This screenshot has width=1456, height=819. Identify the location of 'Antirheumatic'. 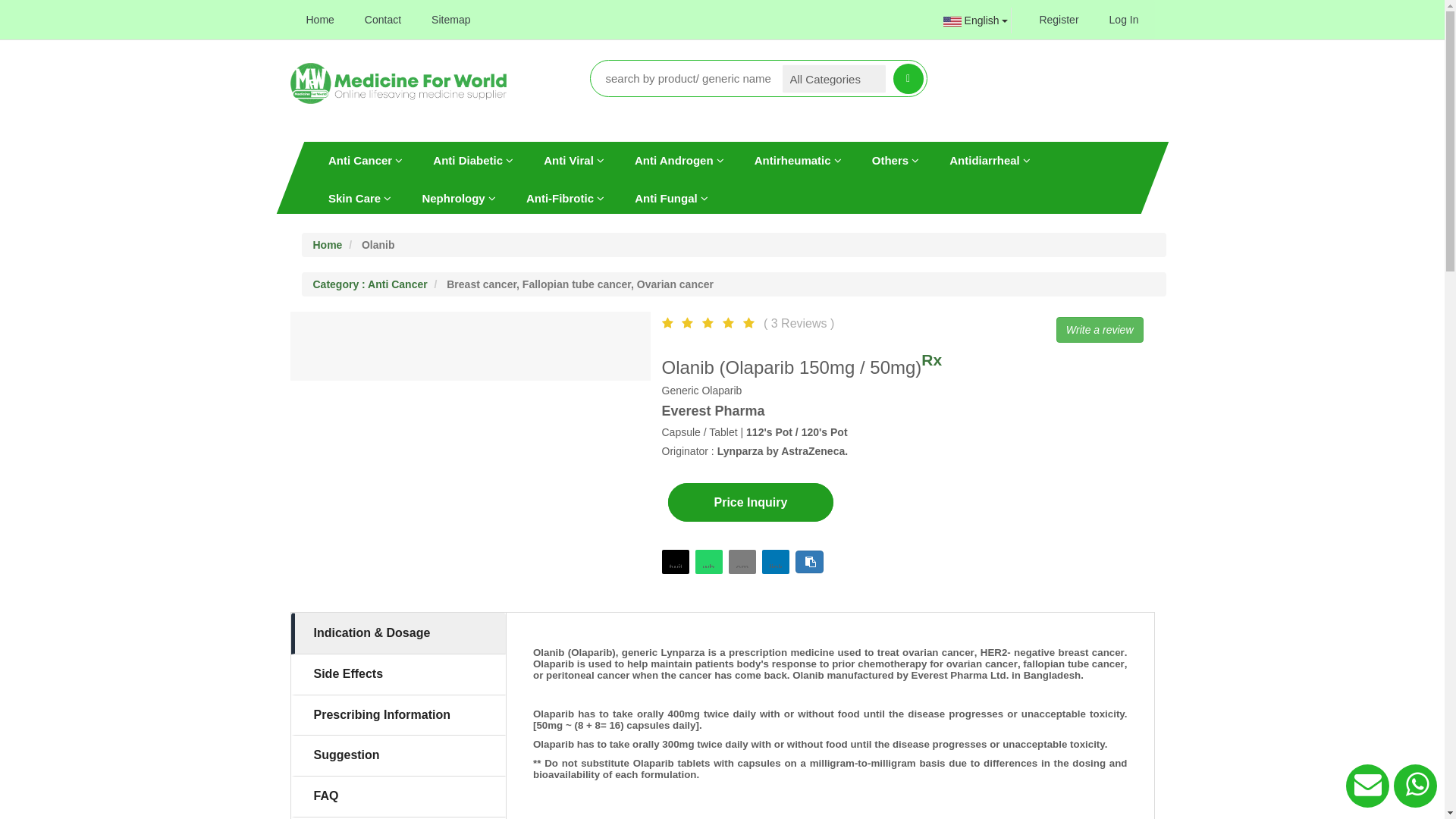
(796, 160).